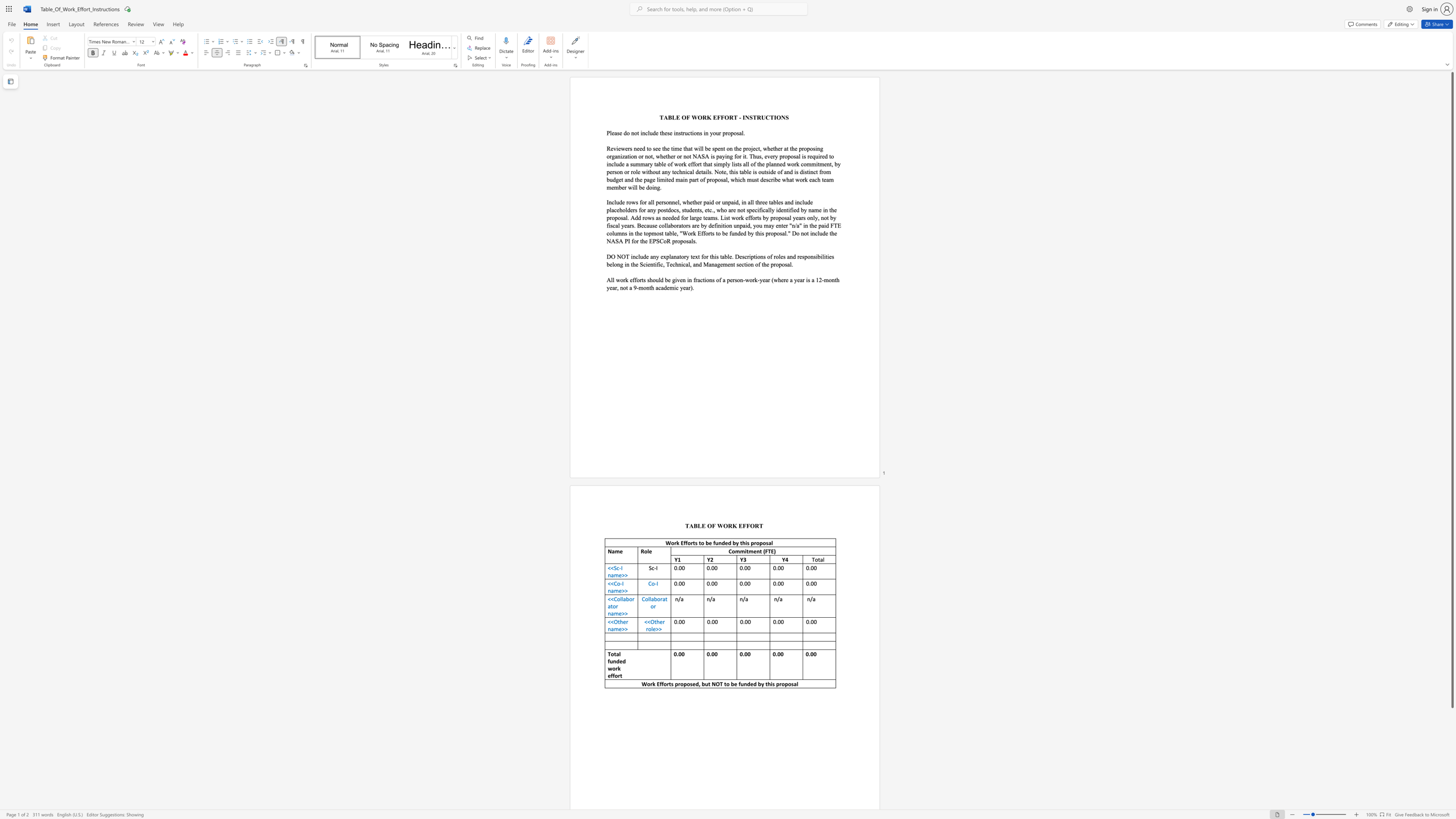 The height and width of the screenshot is (819, 1456). What do you see at coordinates (1451, 785) in the screenshot?
I see `the scrollbar to move the page down` at bounding box center [1451, 785].